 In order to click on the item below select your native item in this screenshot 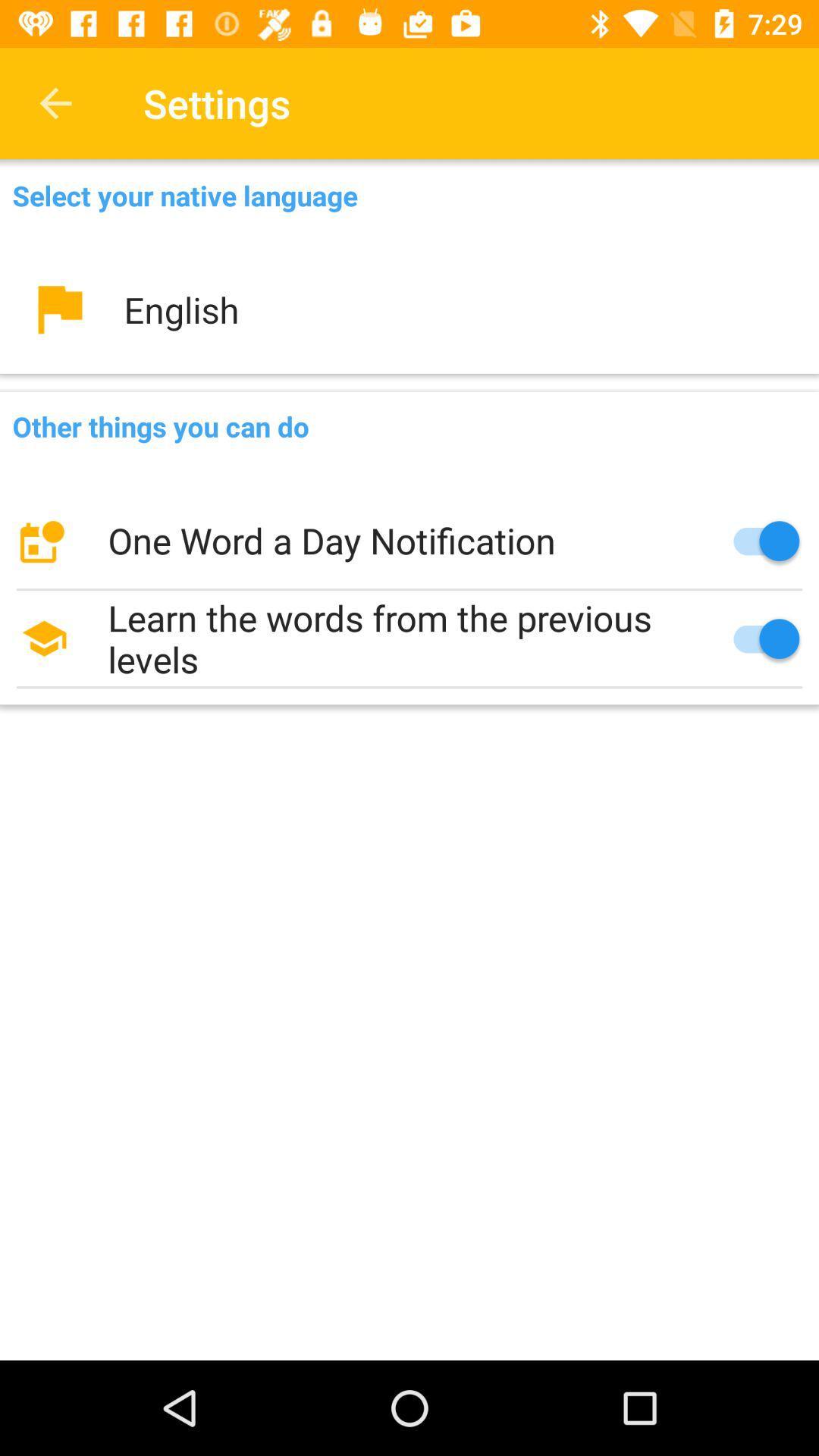, I will do `click(409, 309)`.